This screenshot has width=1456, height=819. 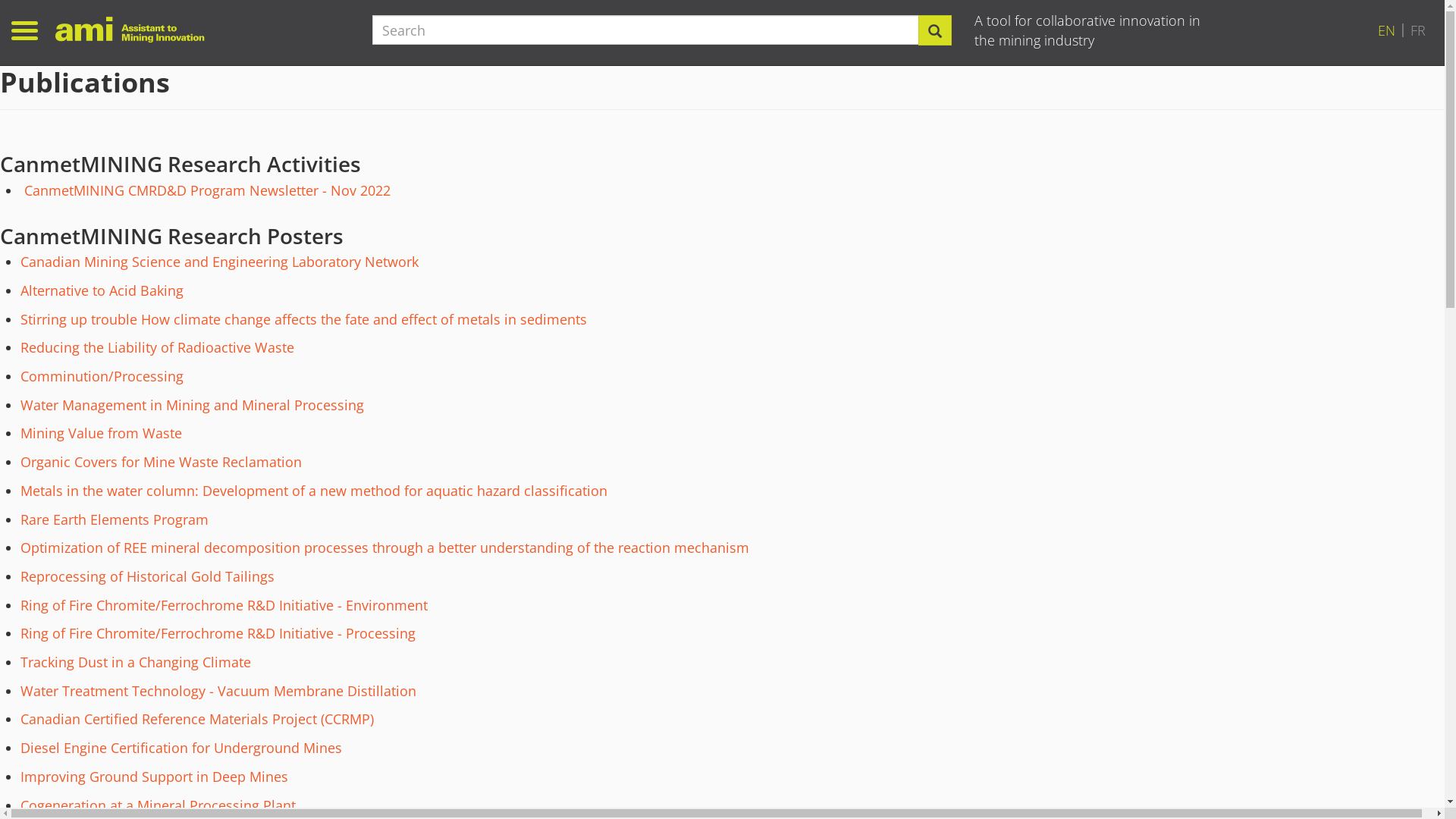 What do you see at coordinates (147, 576) in the screenshot?
I see `'Reprocessing of Historical Gold Tailings'` at bounding box center [147, 576].